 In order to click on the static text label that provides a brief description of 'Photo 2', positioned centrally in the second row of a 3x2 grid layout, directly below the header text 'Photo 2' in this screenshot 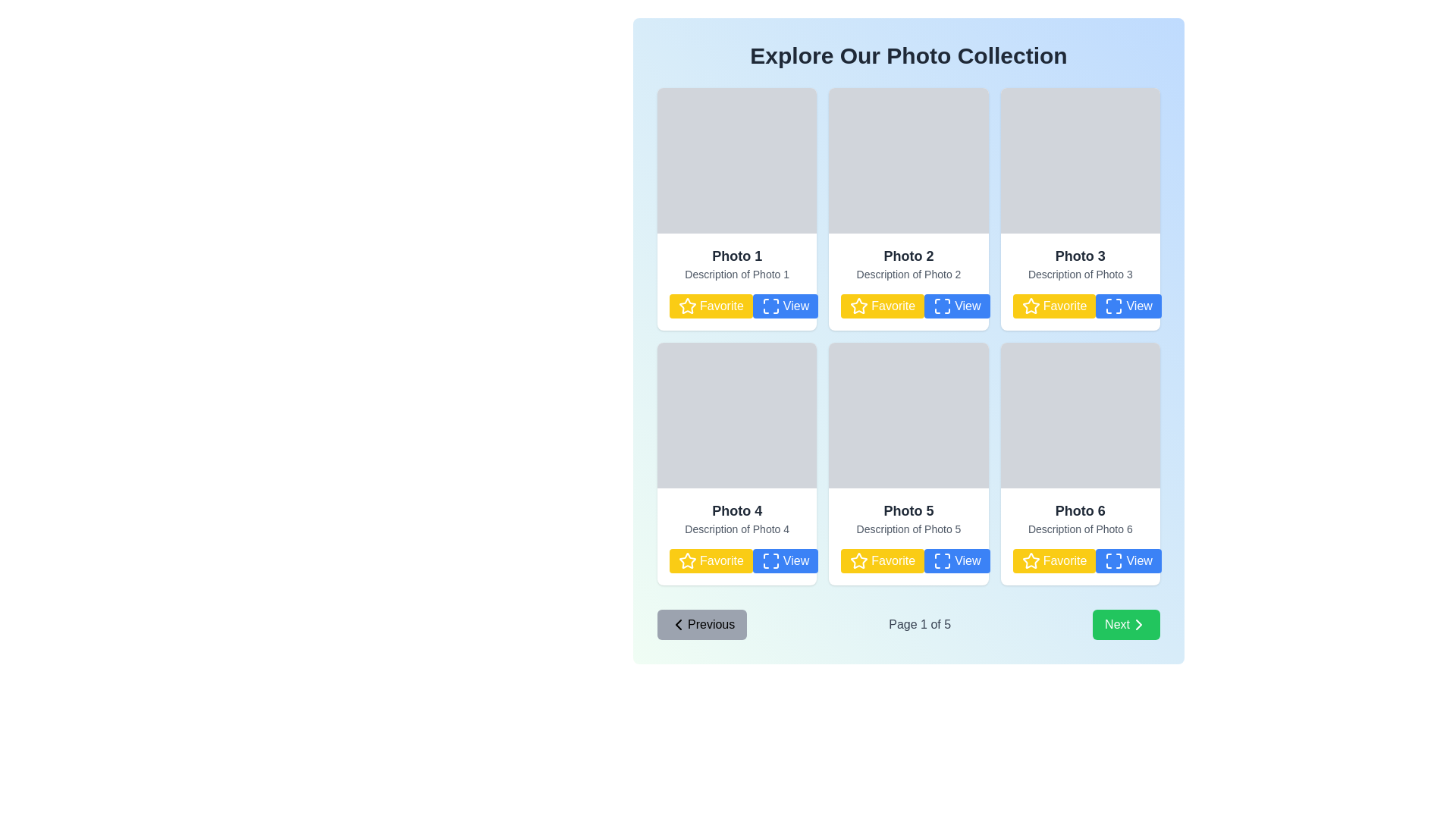, I will do `click(908, 275)`.